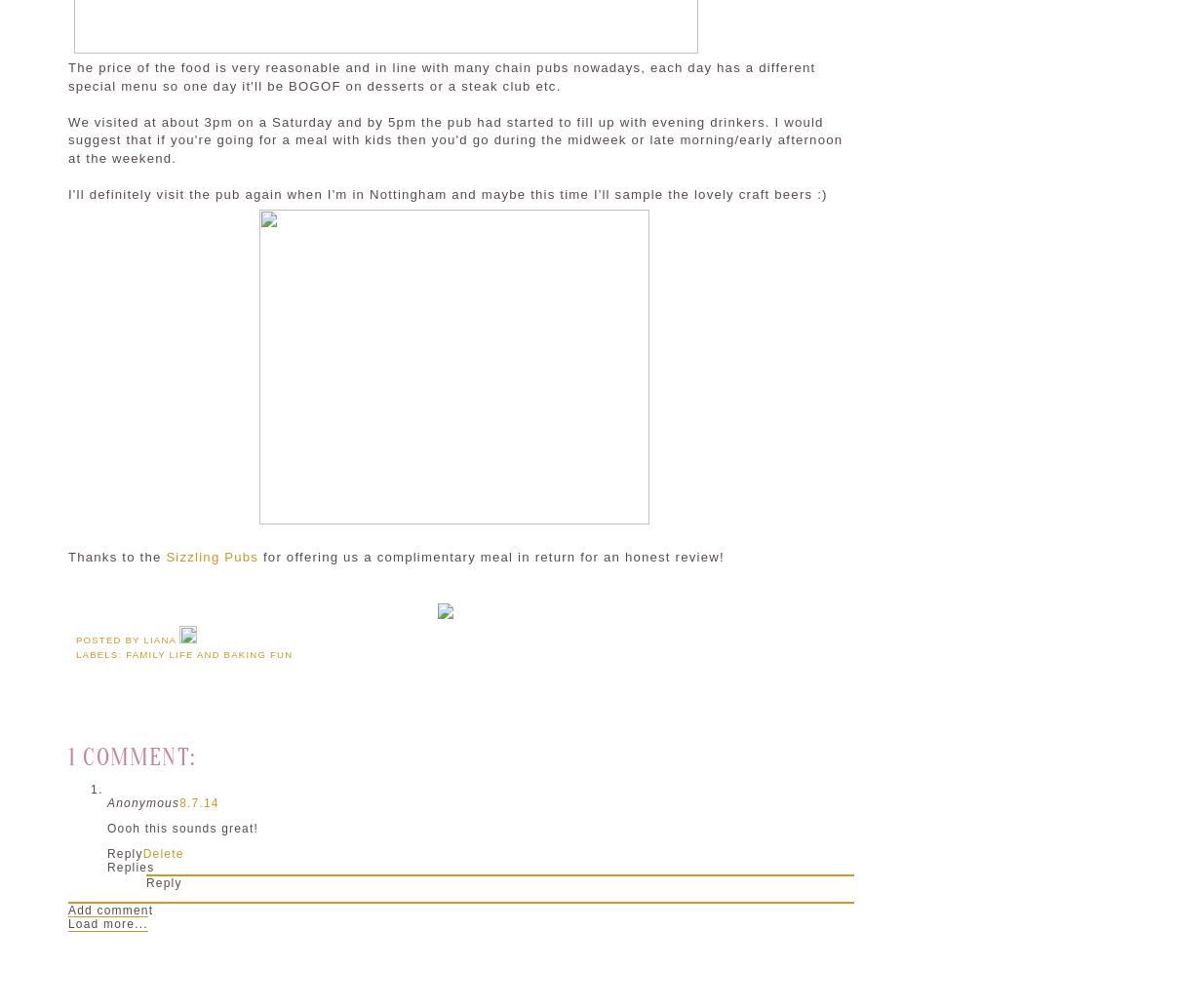  What do you see at coordinates (165, 556) in the screenshot?
I see `'Sizzling Pubs'` at bounding box center [165, 556].